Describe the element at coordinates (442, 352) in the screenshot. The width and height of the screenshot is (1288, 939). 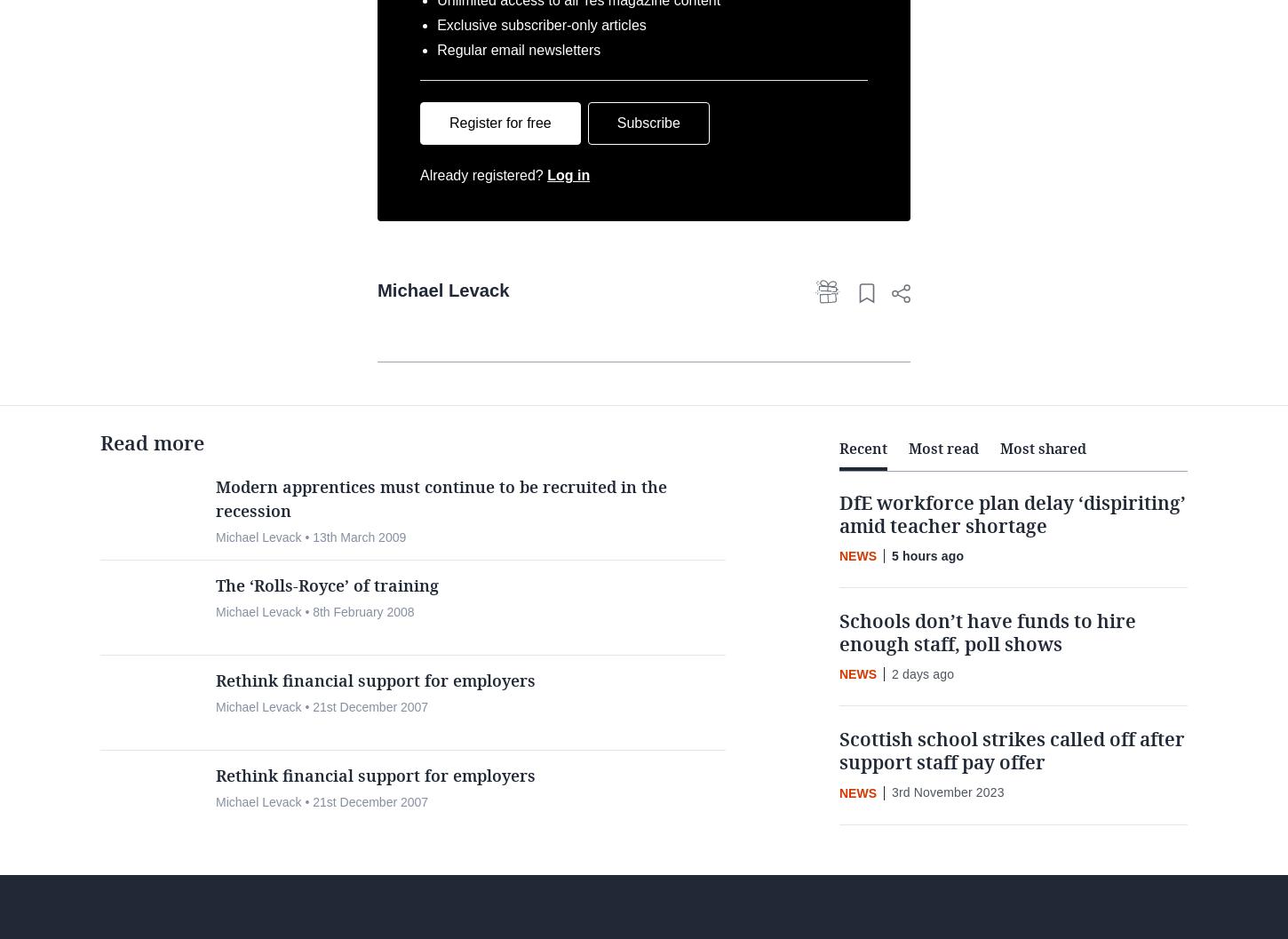
I see `'Michael Levack'` at that location.